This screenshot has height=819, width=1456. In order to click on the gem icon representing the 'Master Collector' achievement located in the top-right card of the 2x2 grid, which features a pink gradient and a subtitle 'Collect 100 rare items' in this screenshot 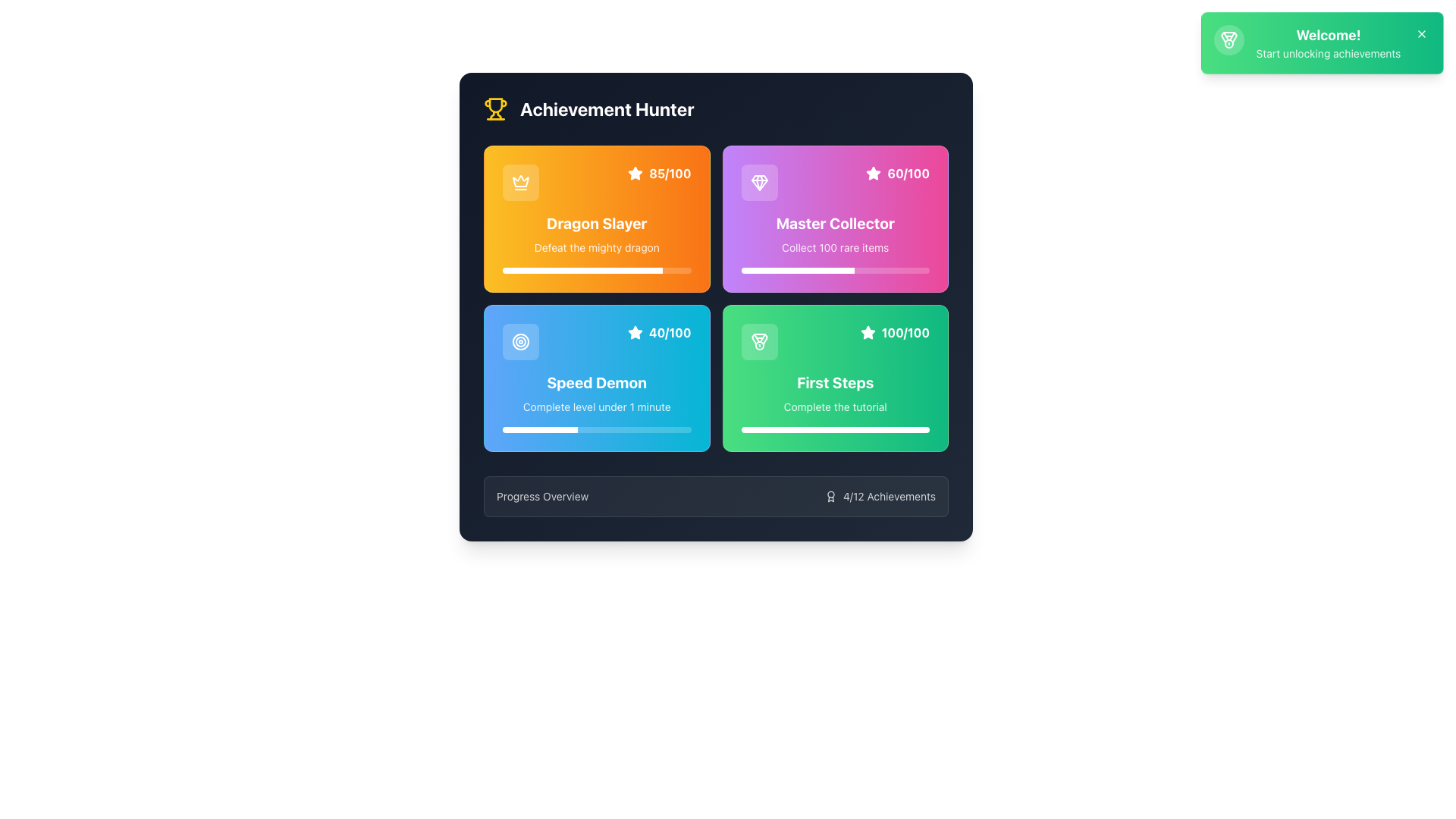, I will do `click(759, 181)`.